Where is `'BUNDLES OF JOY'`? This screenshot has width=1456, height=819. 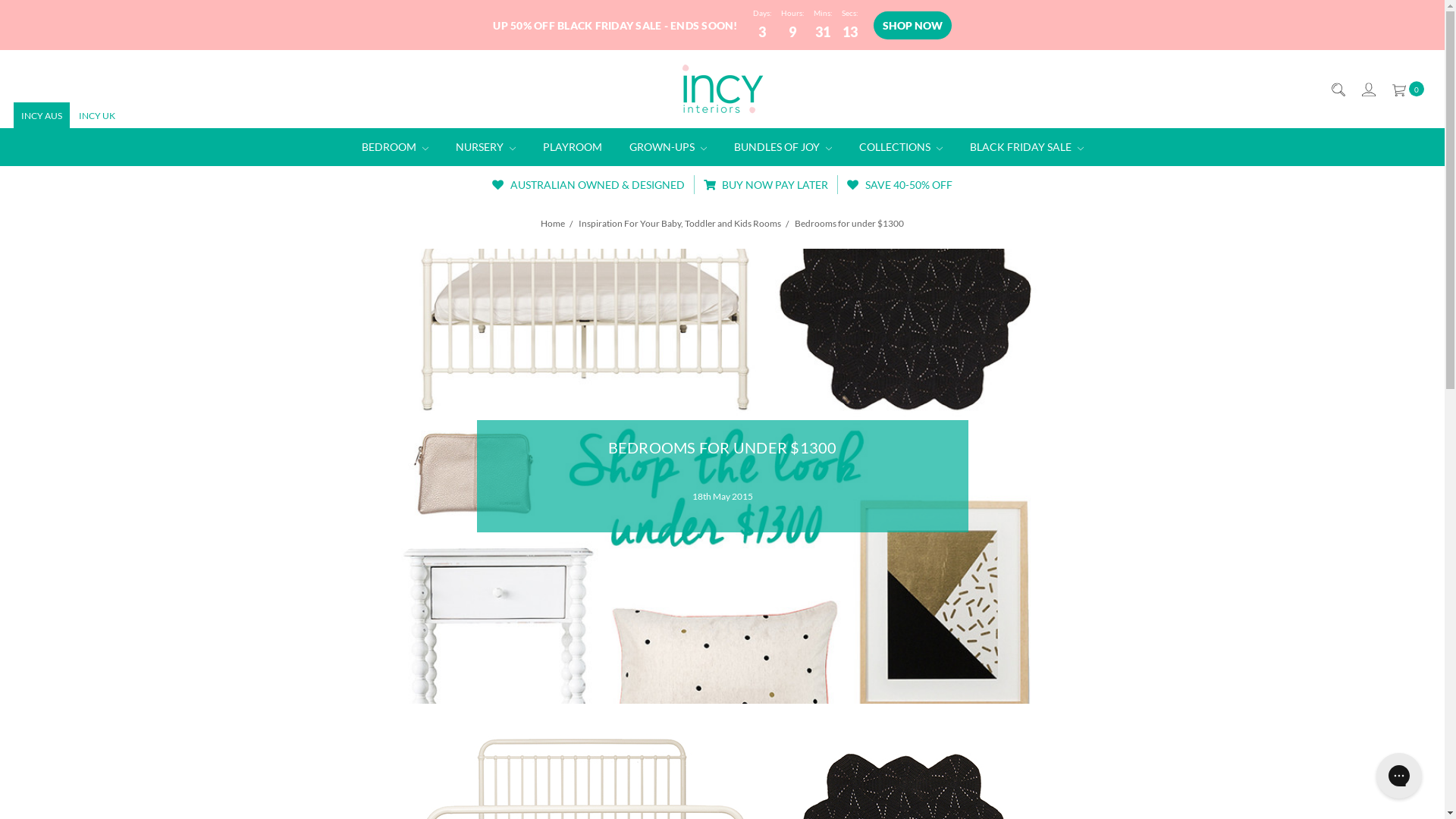 'BUNDLES OF JOY' is located at coordinates (783, 146).